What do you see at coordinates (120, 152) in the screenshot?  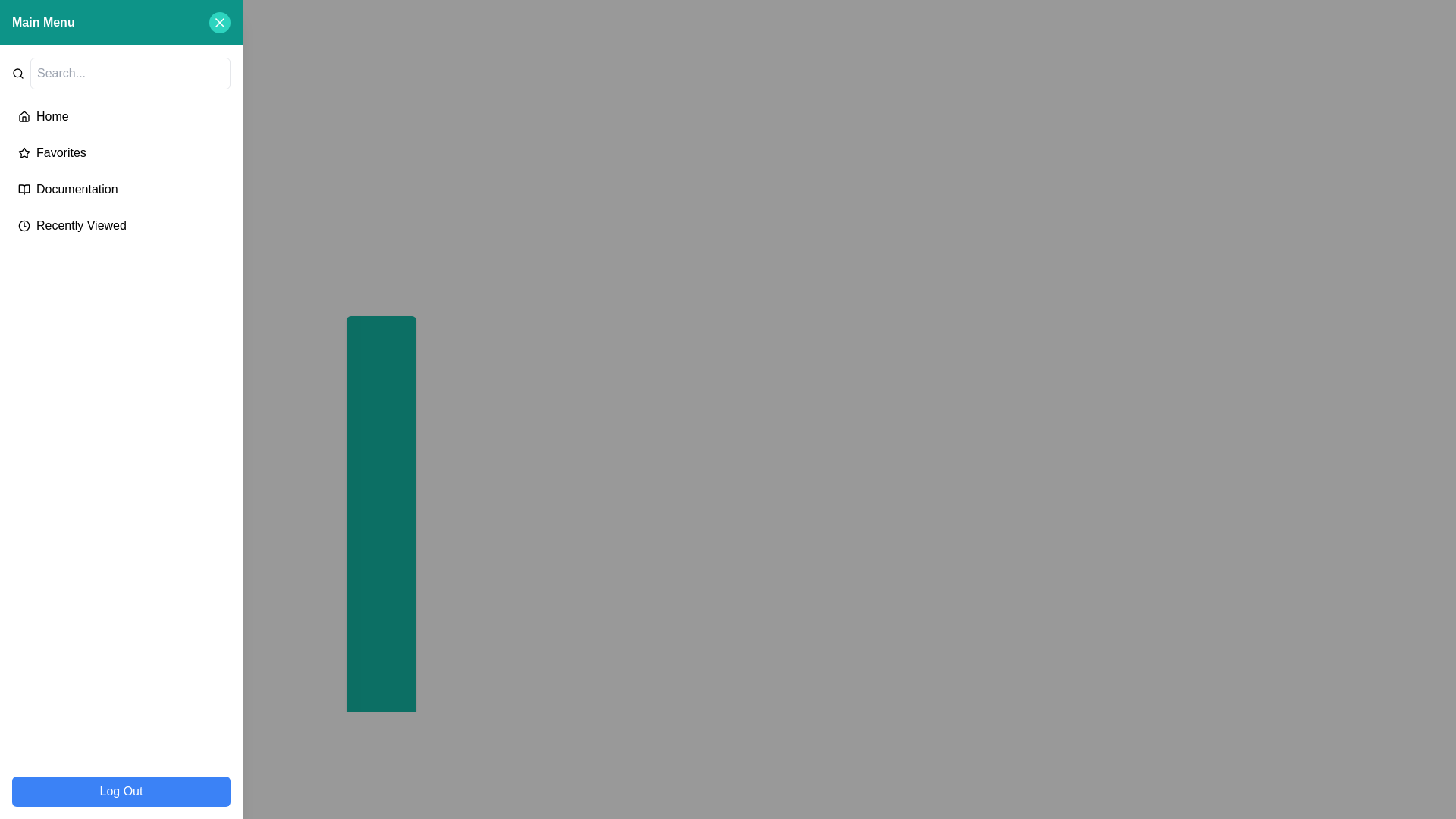 I see `the 'Favorites' menu item, which is the second option in the main menu` at bounding box center [120, 152].